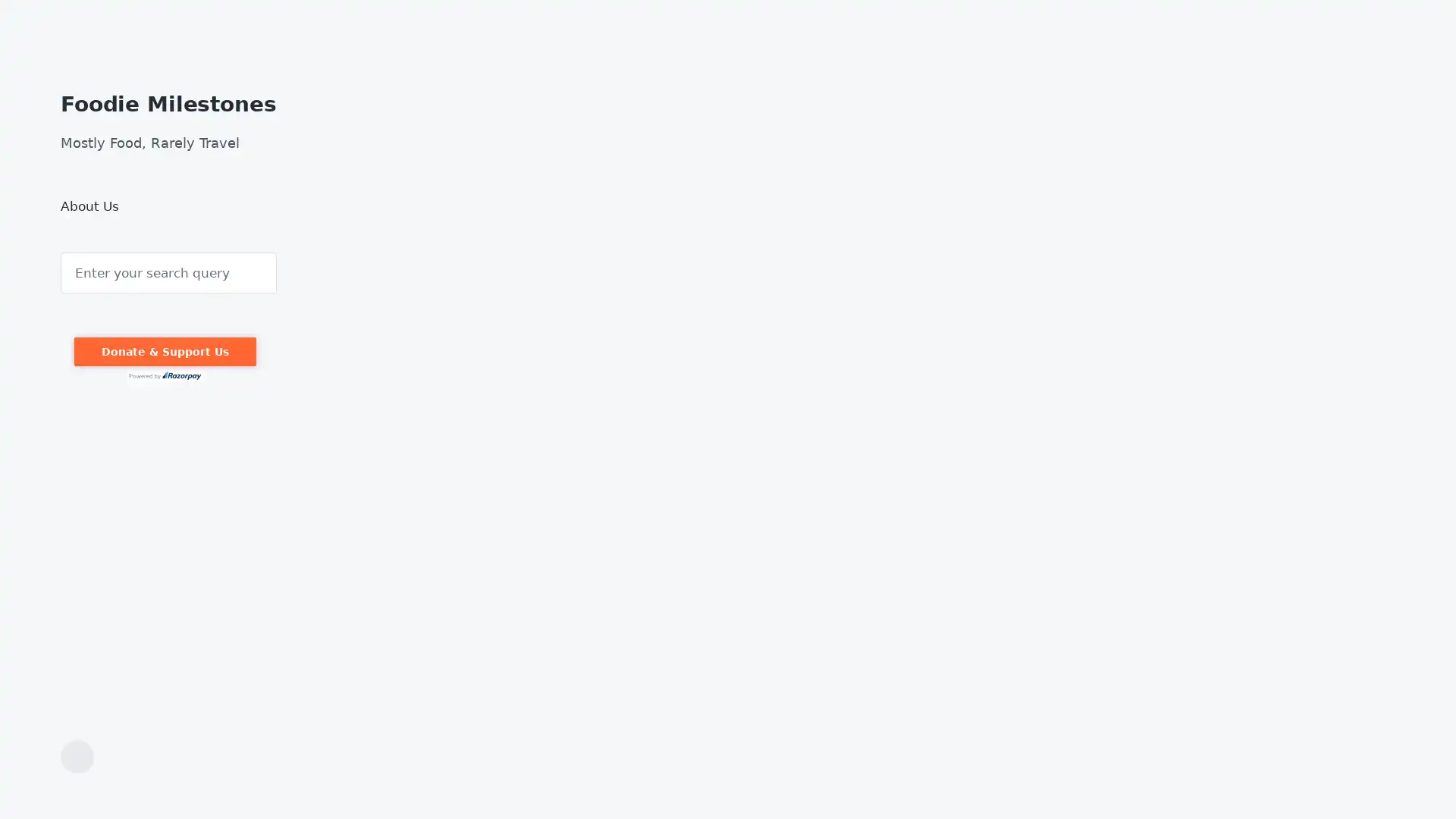 The height and width of the screenshot is (819, 1456). What do you see at coordinates (76, 757) in the screenshot?
I see `Toggle the search field` at bounding box center [76, 757].